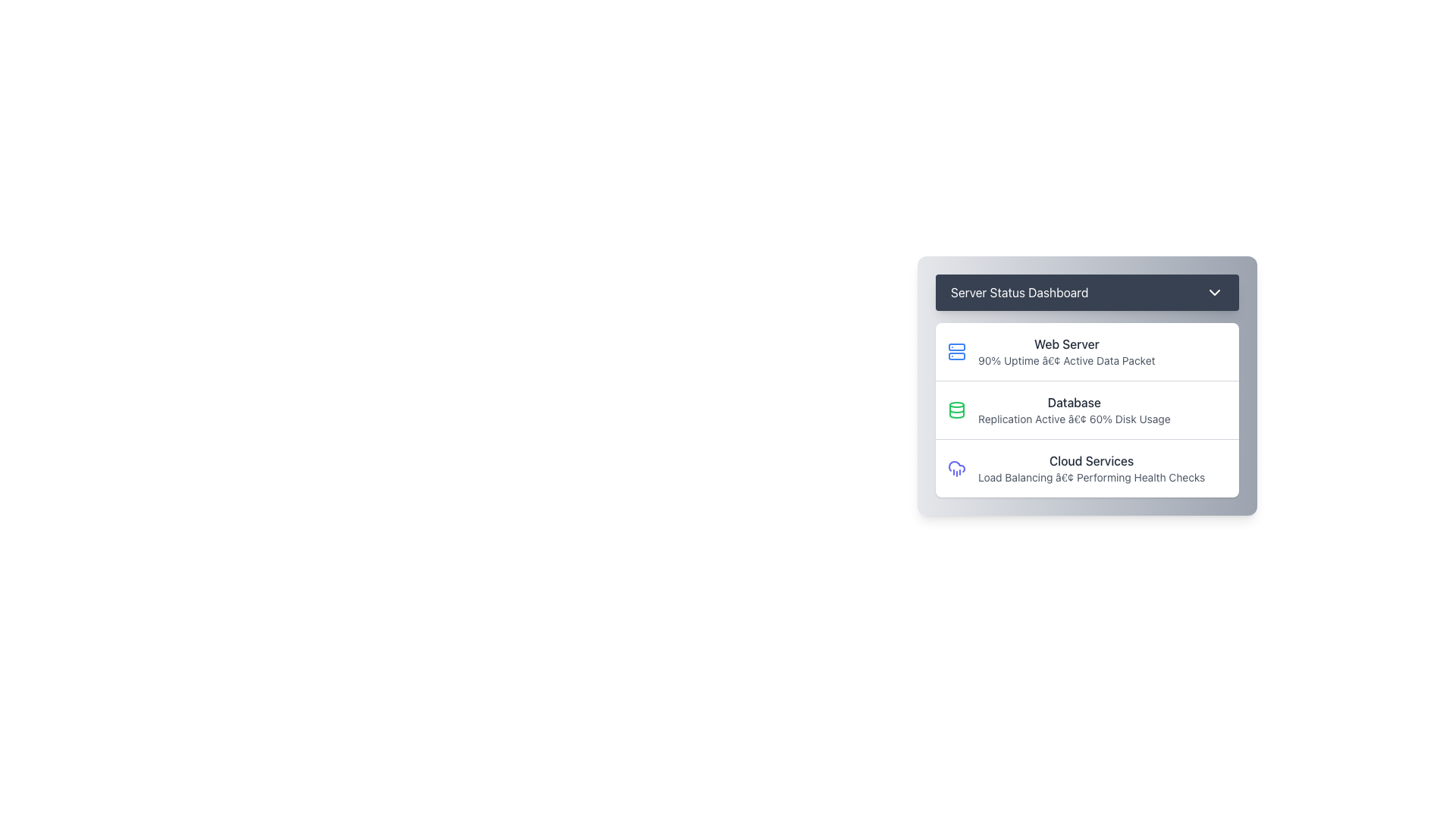 Image resolution: width=1456 pixels, height=819 pixels. I want to click on the second textual line under the 'Database' section that informs the user about the current replication status and disk usage of the database system, so click(1073, 419).